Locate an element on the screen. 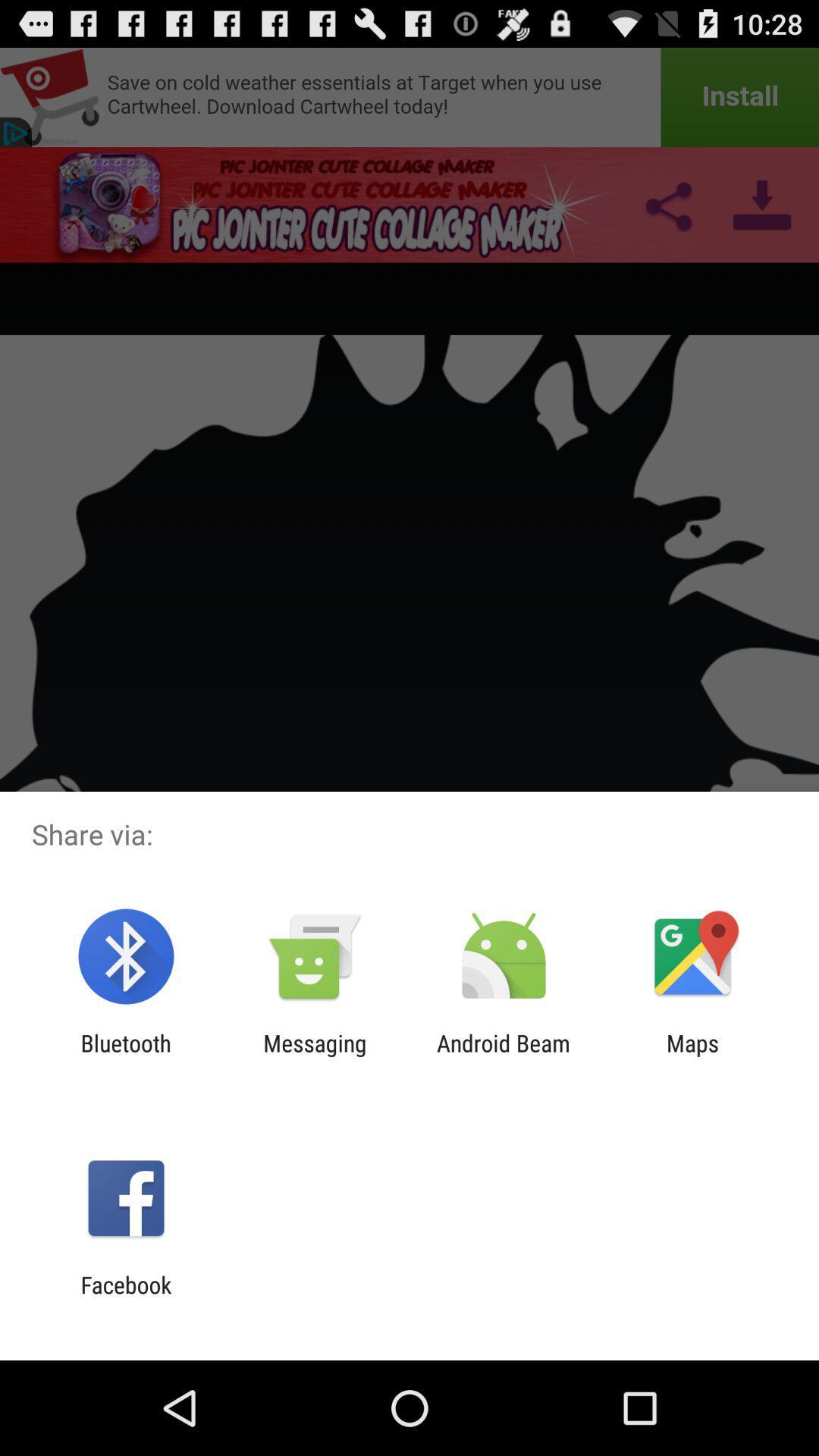 This screenshot has width=819, height=1456. item to the left of maps icon is located at coordinates (504, 1056).